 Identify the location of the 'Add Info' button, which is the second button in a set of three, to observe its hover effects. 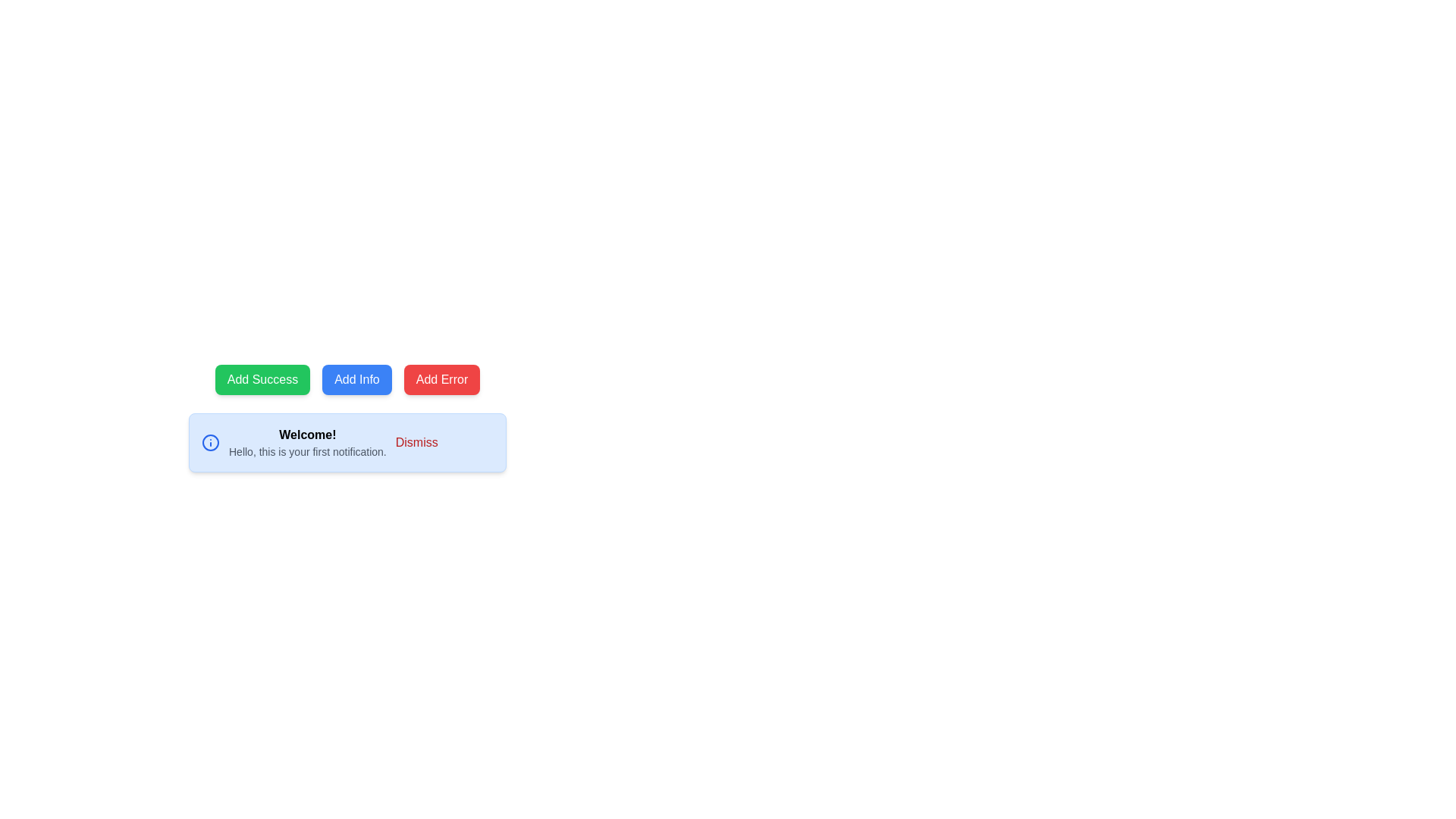
(356, 379).